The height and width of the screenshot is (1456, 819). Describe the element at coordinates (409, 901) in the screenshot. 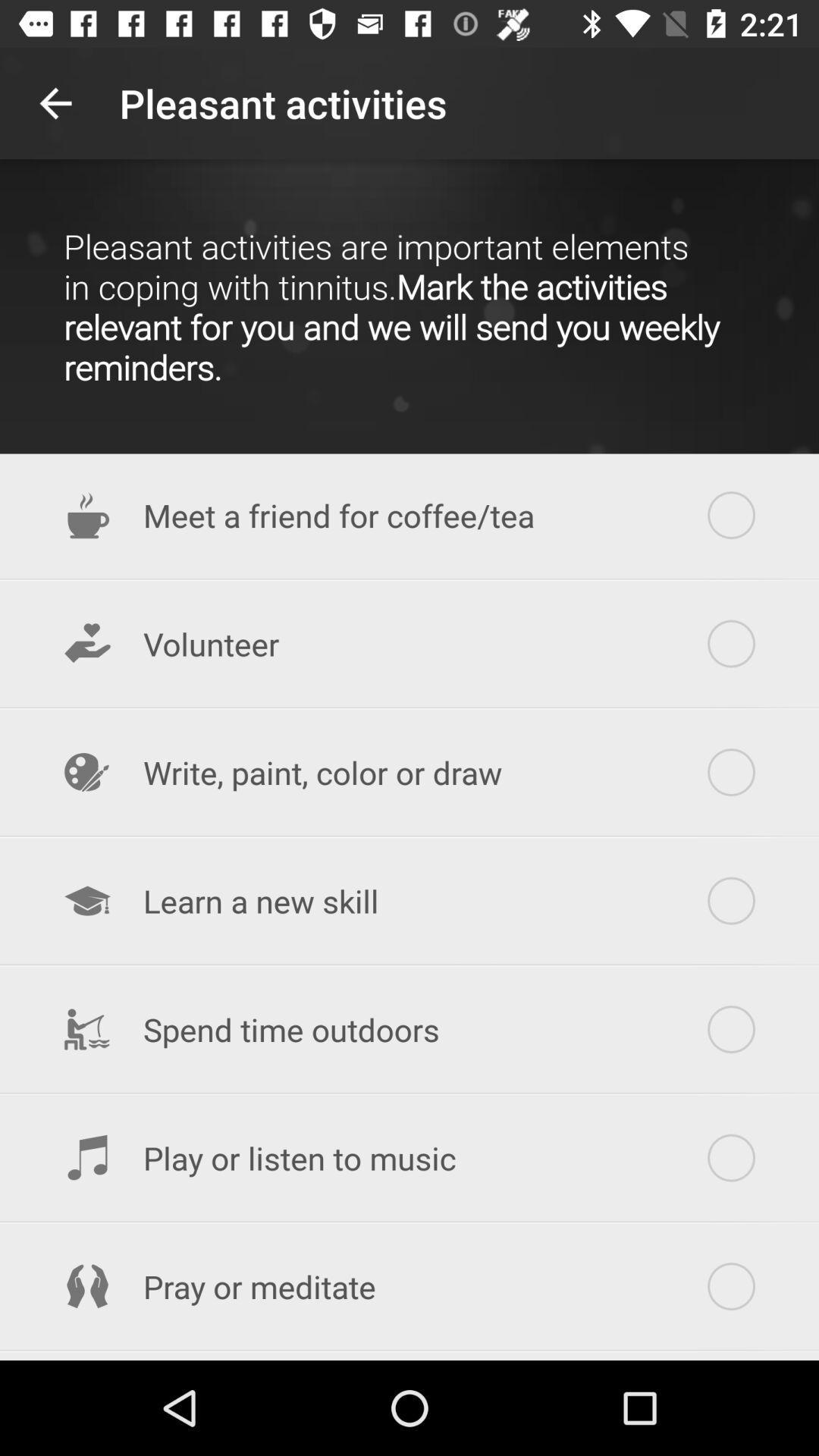

I see `the learn a new` at that location.